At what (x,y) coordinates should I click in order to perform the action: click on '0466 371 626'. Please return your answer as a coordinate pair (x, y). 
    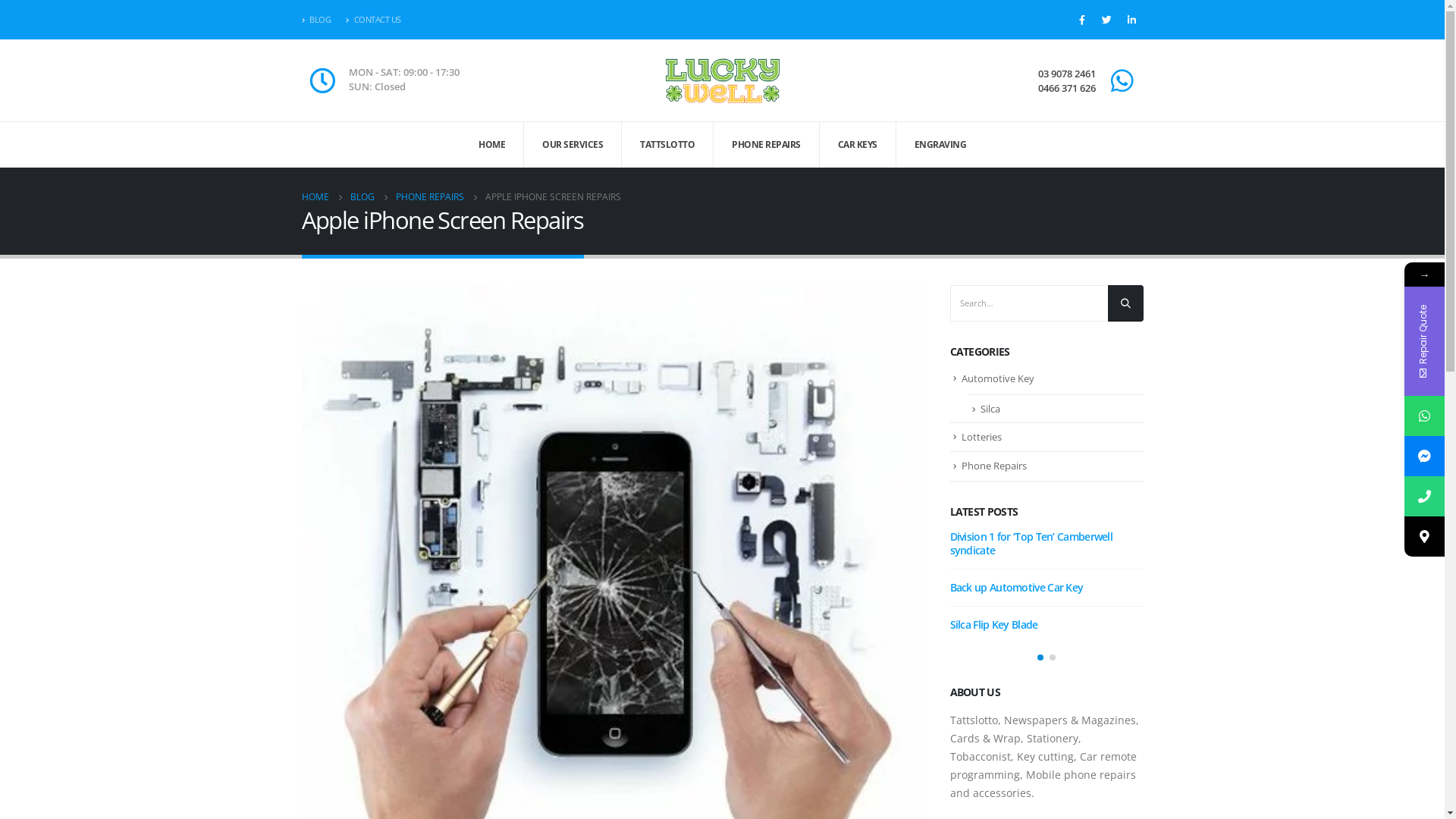
    Looking at the image, I should click on (1065, 88).